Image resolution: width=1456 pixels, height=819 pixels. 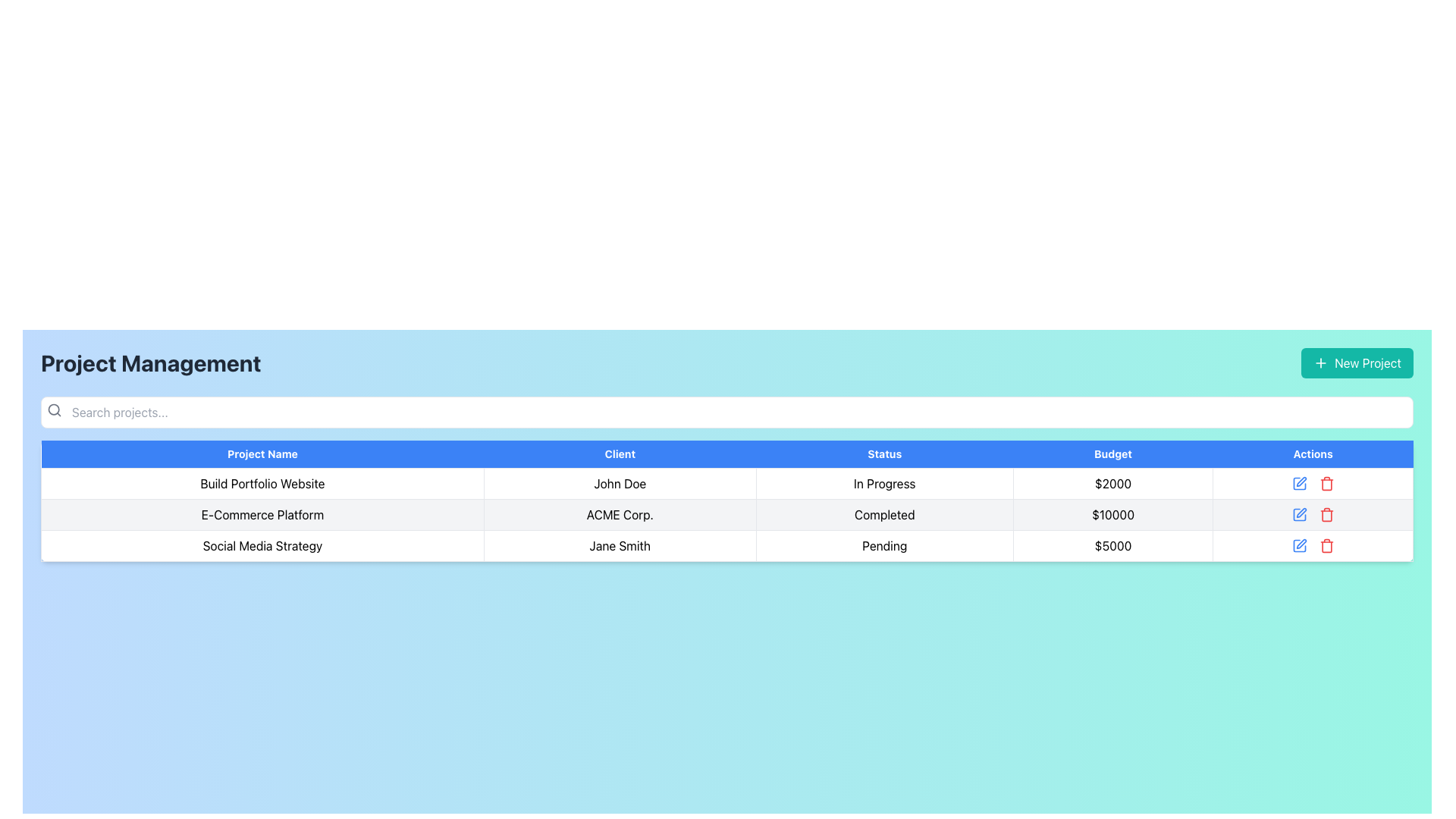 I want to click on the table cell containing the text 'Jane Smith' in the 'Client' column of the project management interface, so click(x=620, y=546).